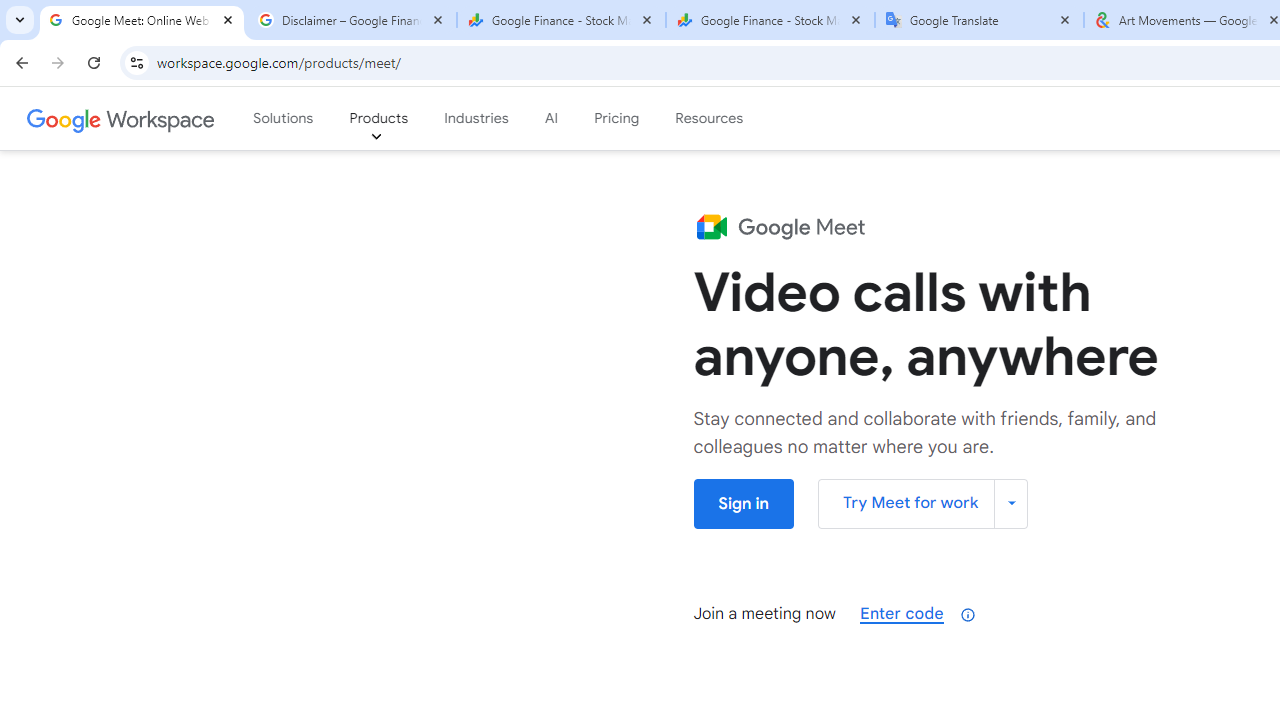 The image size is (1280, 720). What do you see at coordinates (379, 119) in the screenshot?
I see `'Products'` at bounding box center [379, 119].